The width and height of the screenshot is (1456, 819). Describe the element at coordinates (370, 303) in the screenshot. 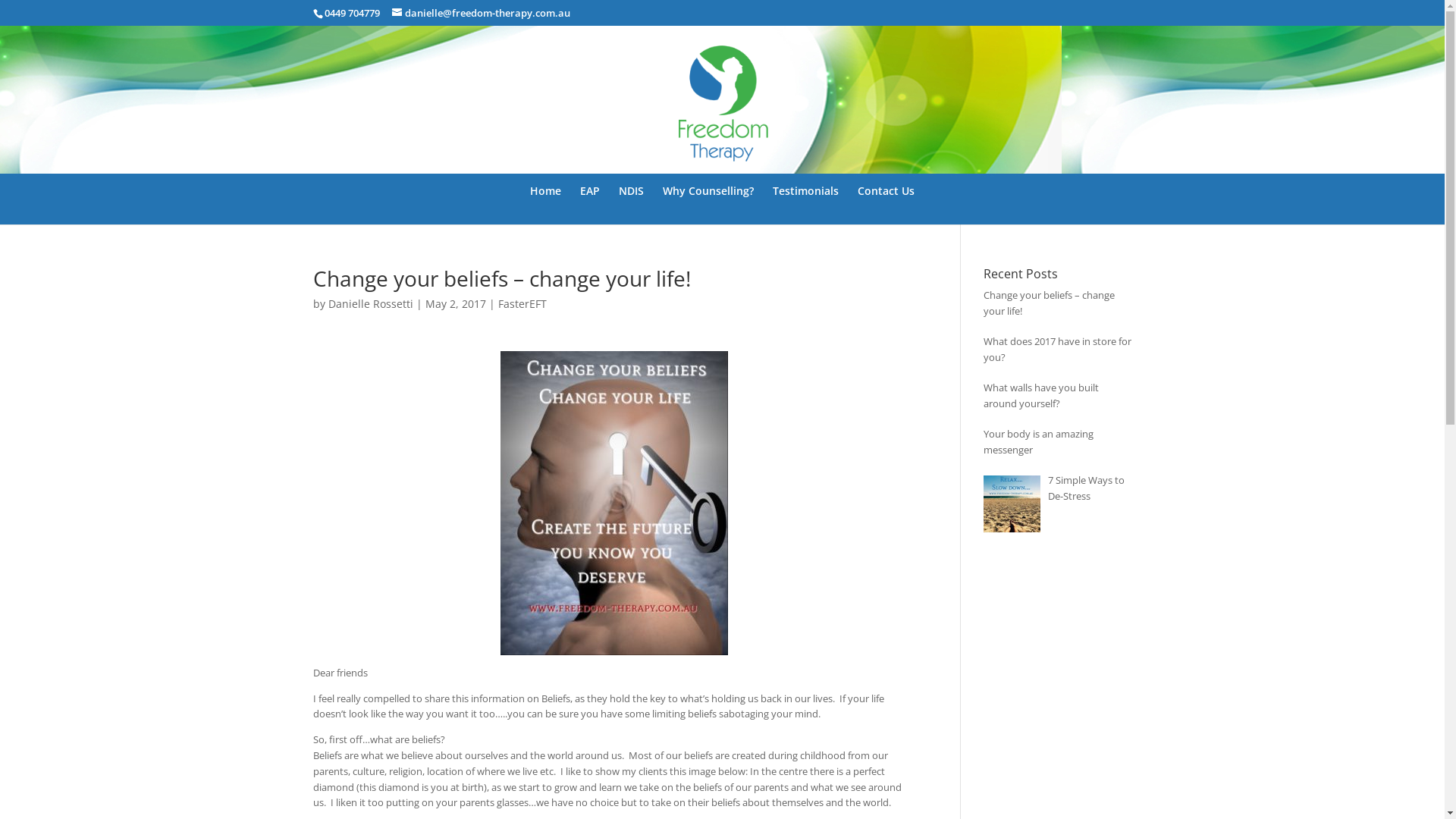

I see `'Danielle Rossetti'` at that location.